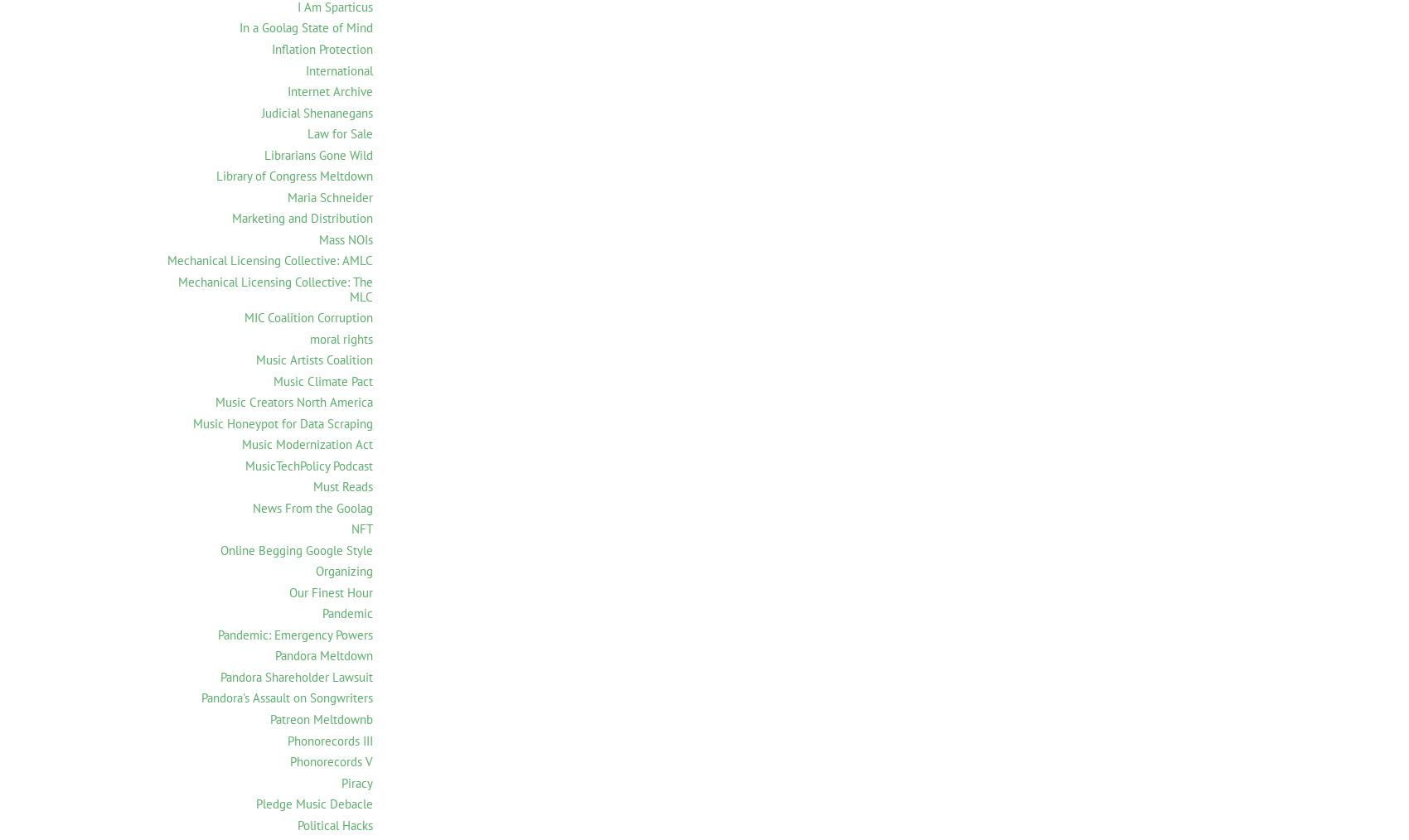  I want to click on 'Inflation Protection', so click(321, 48).